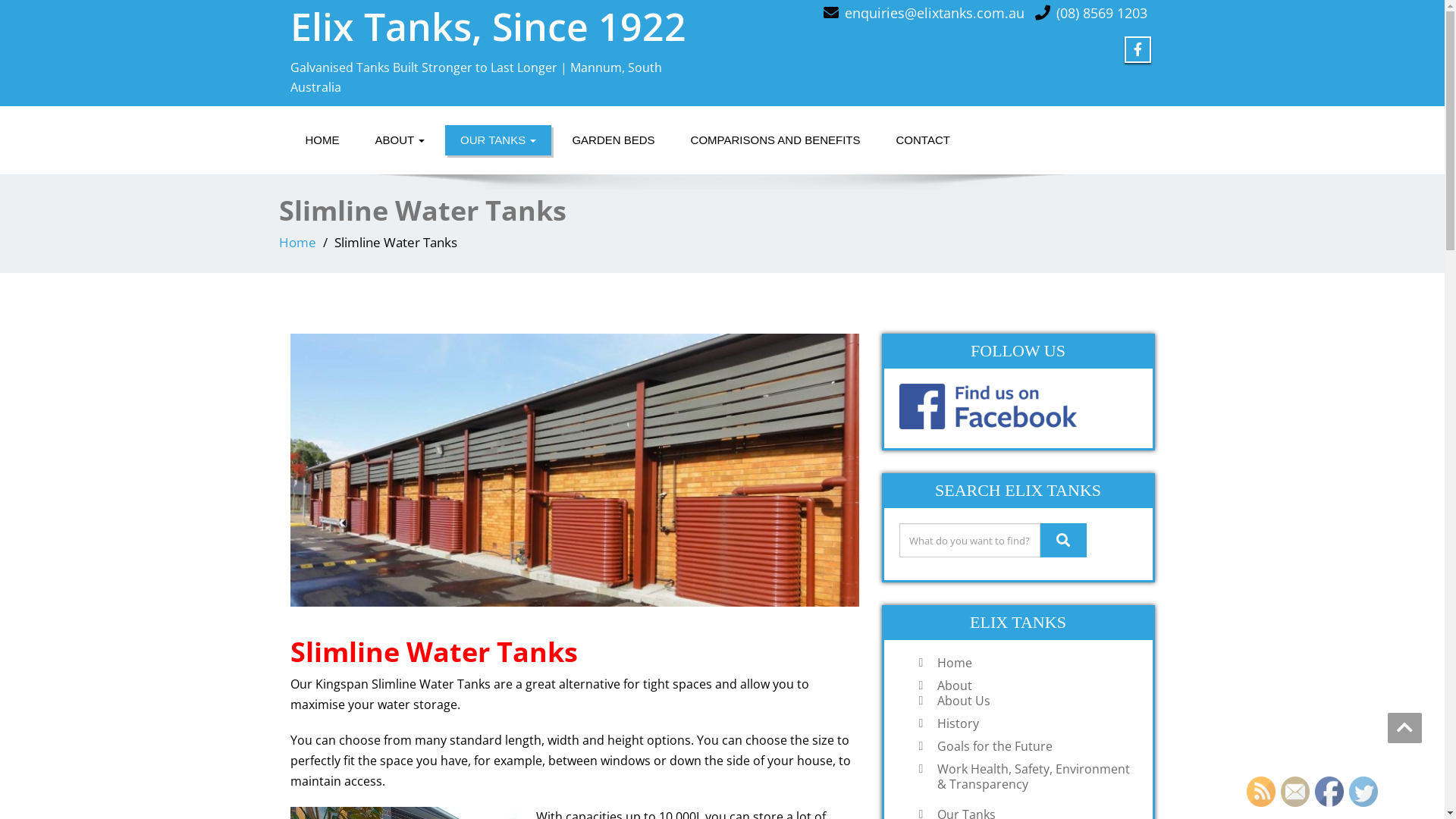 The height and width of the screenshot is (819, 1456). I want to click on 'Follow by Email', so click(1280, 791).